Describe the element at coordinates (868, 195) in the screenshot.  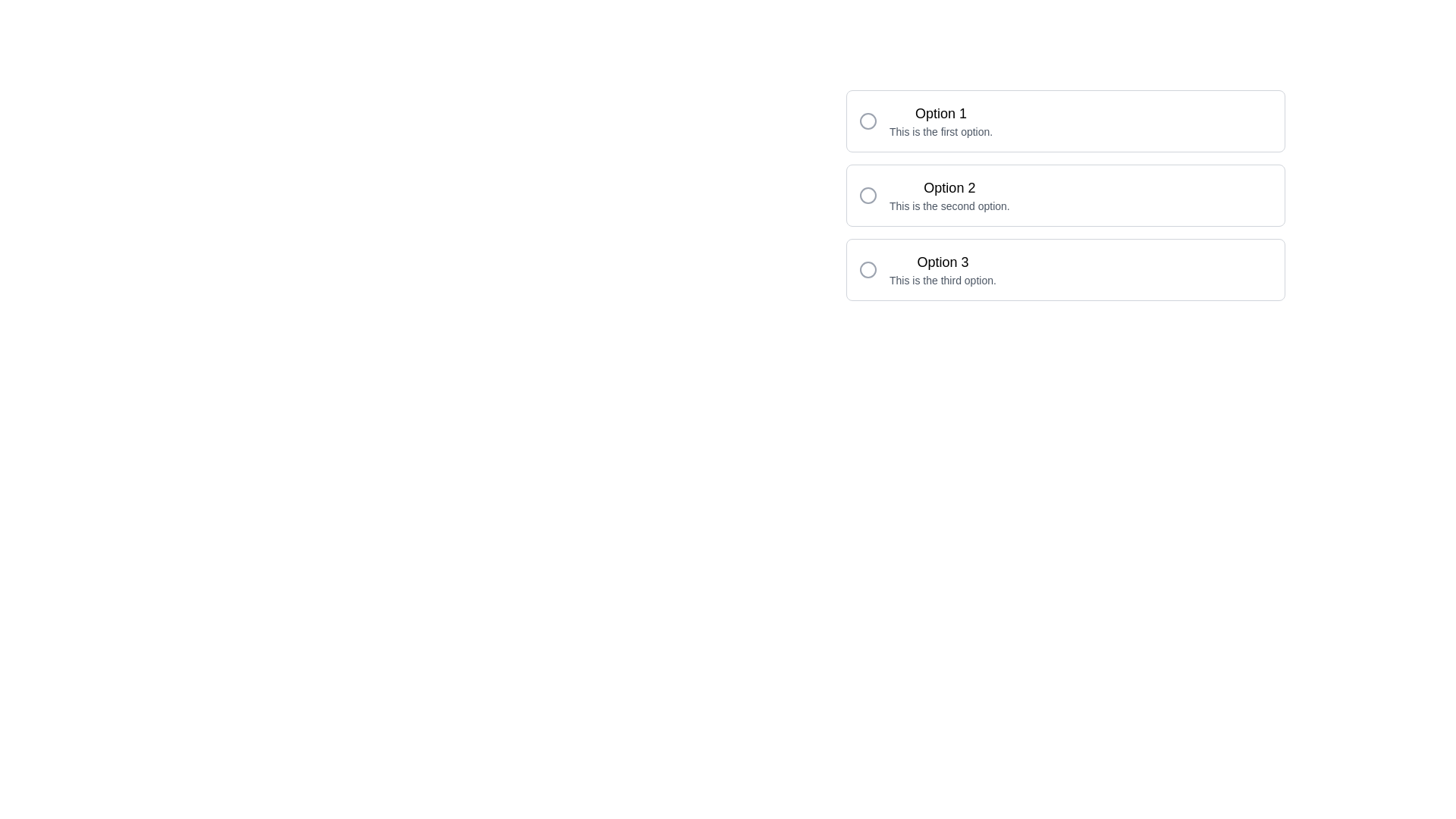
I see `the unselected radio button, which is the second item in a vertical group of three options` at that location.